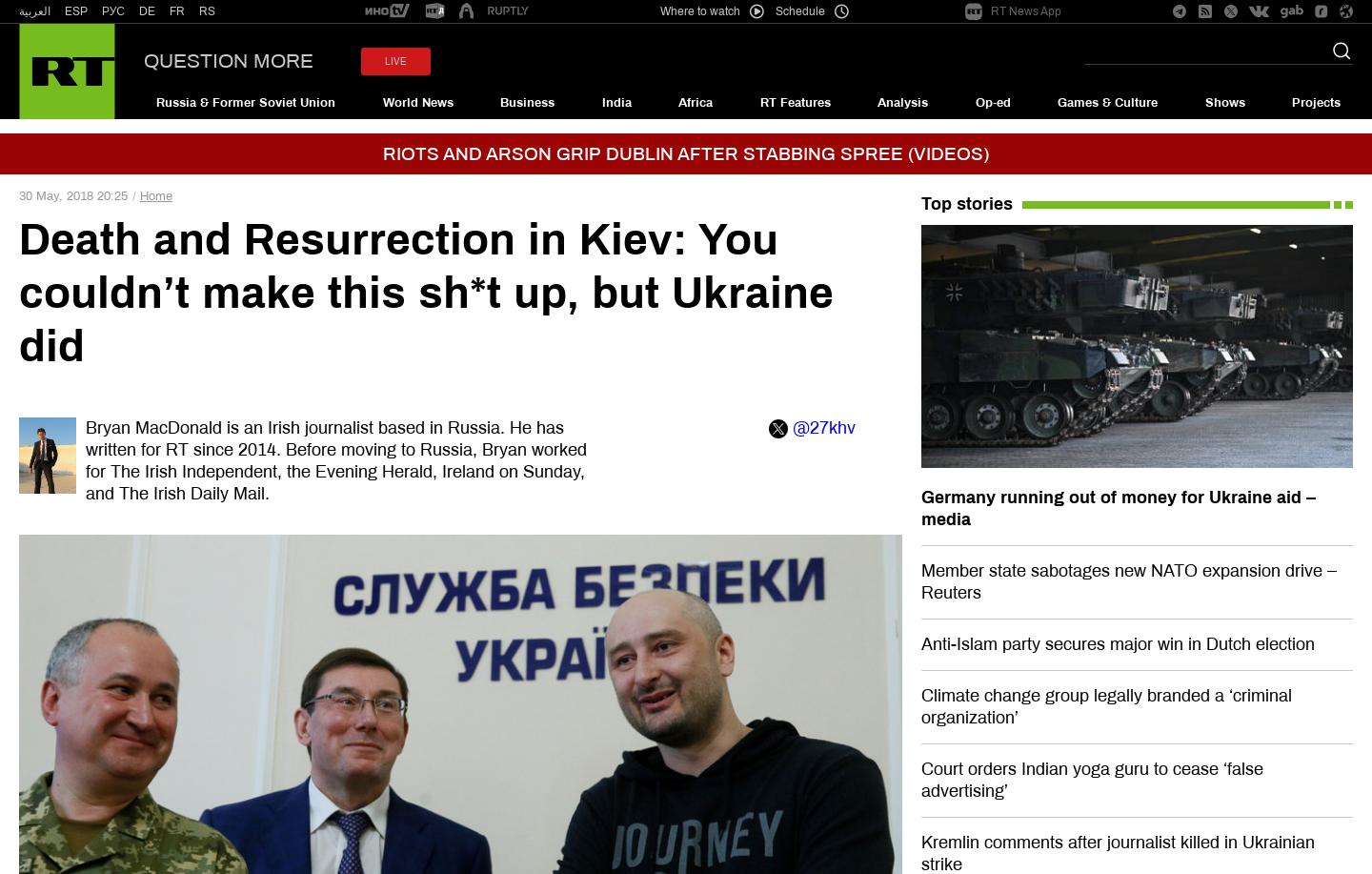 Image resolution: width=1372 pixels, height=874 pixels. What do you see at coordinates (1118, 508) in the screenshot?
I see `'Germany running out of money for Ukraine aid – media'` at bounding box center [1118, 508].